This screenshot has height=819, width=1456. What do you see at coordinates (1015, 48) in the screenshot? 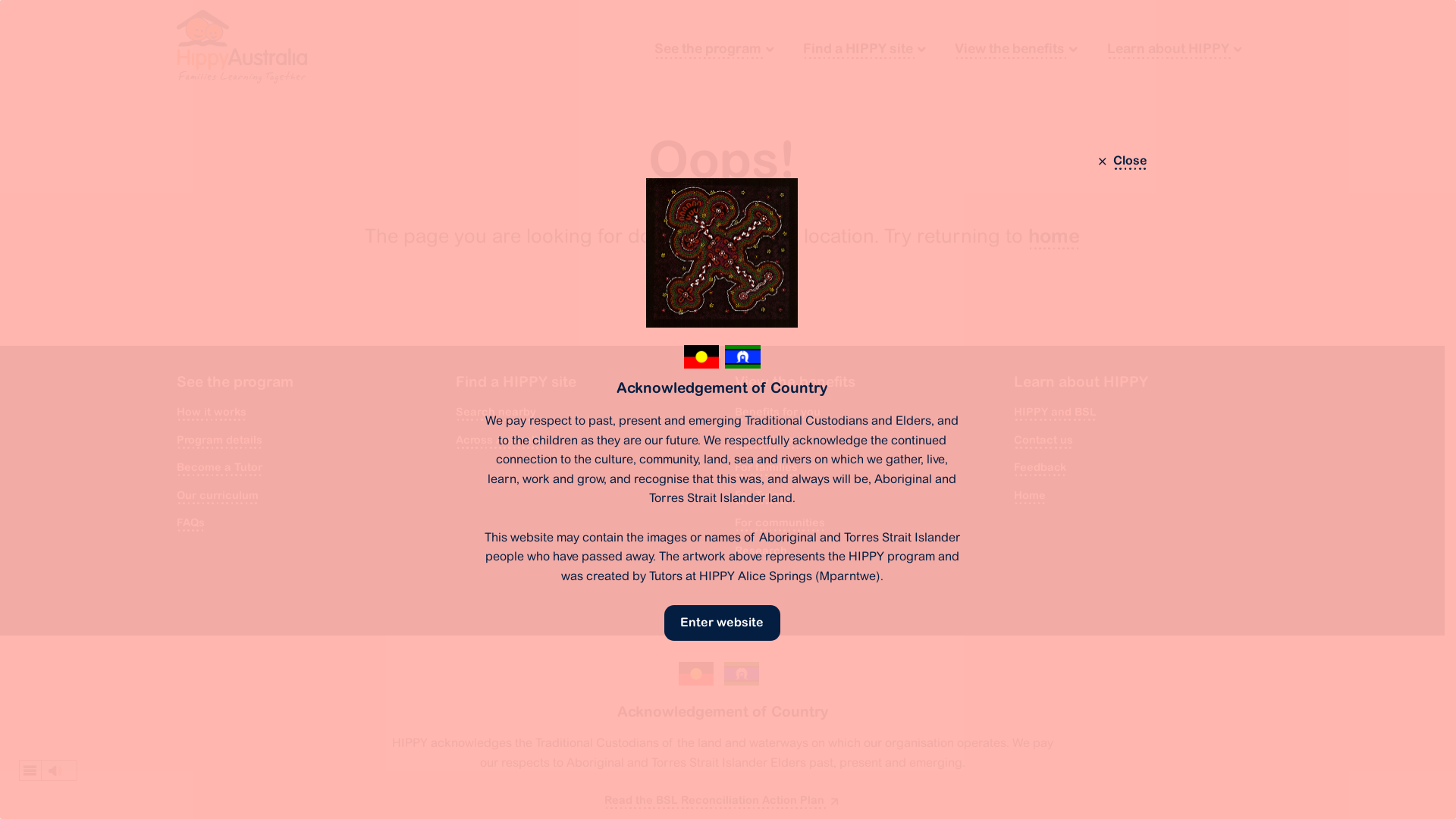
I see `'View the benefits'` at bounding box center [1015, 48].